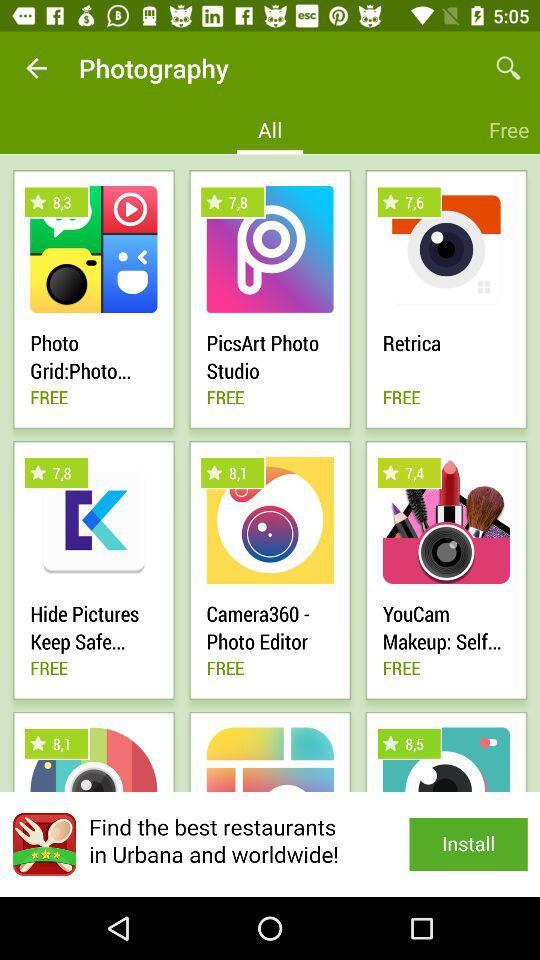 This screenshot has height=960, width=540. I want to click on install app, so click(270, 843).